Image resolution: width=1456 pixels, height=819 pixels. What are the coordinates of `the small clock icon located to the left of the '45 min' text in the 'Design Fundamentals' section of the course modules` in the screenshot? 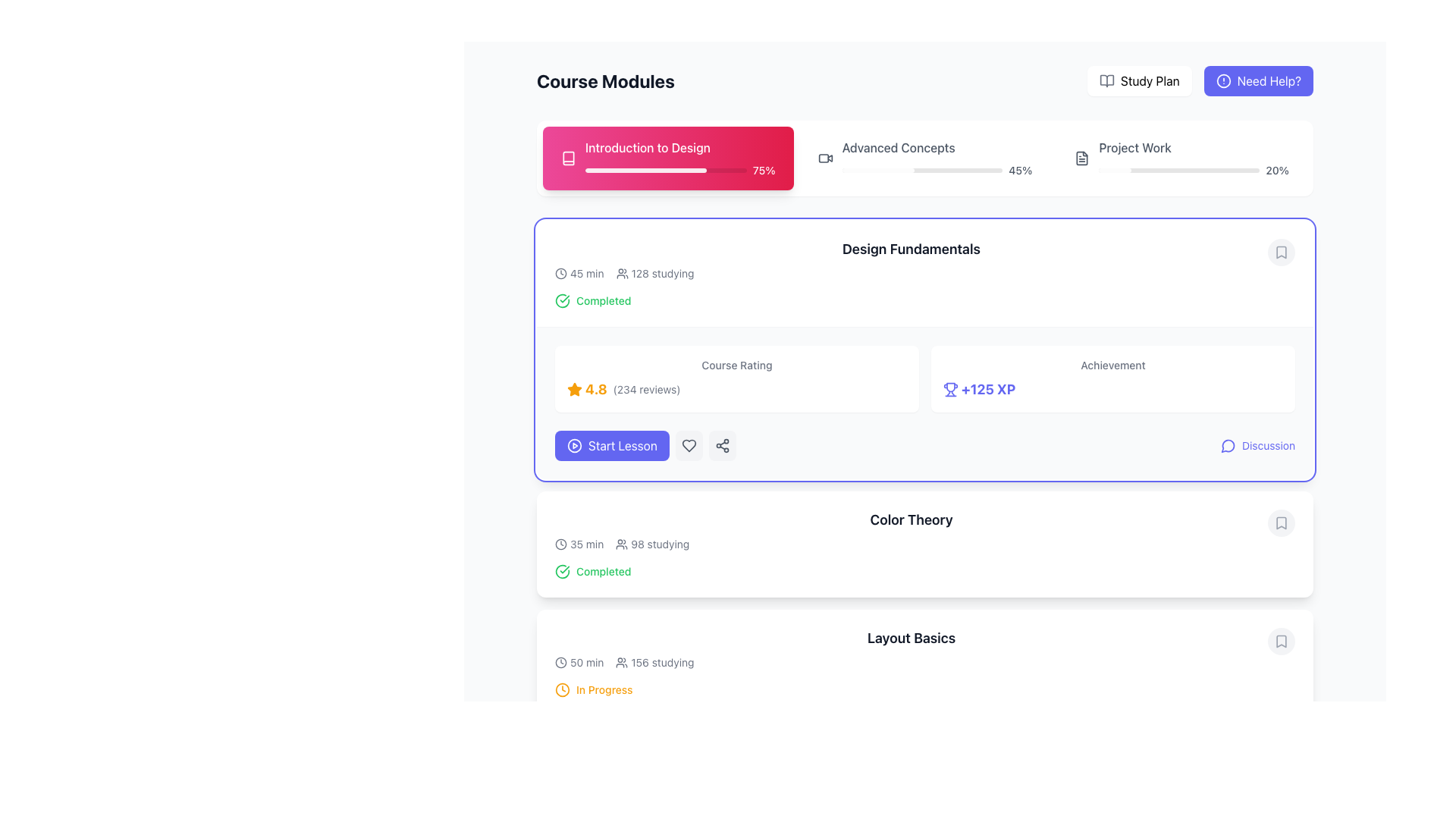 It's located at (560, 274).